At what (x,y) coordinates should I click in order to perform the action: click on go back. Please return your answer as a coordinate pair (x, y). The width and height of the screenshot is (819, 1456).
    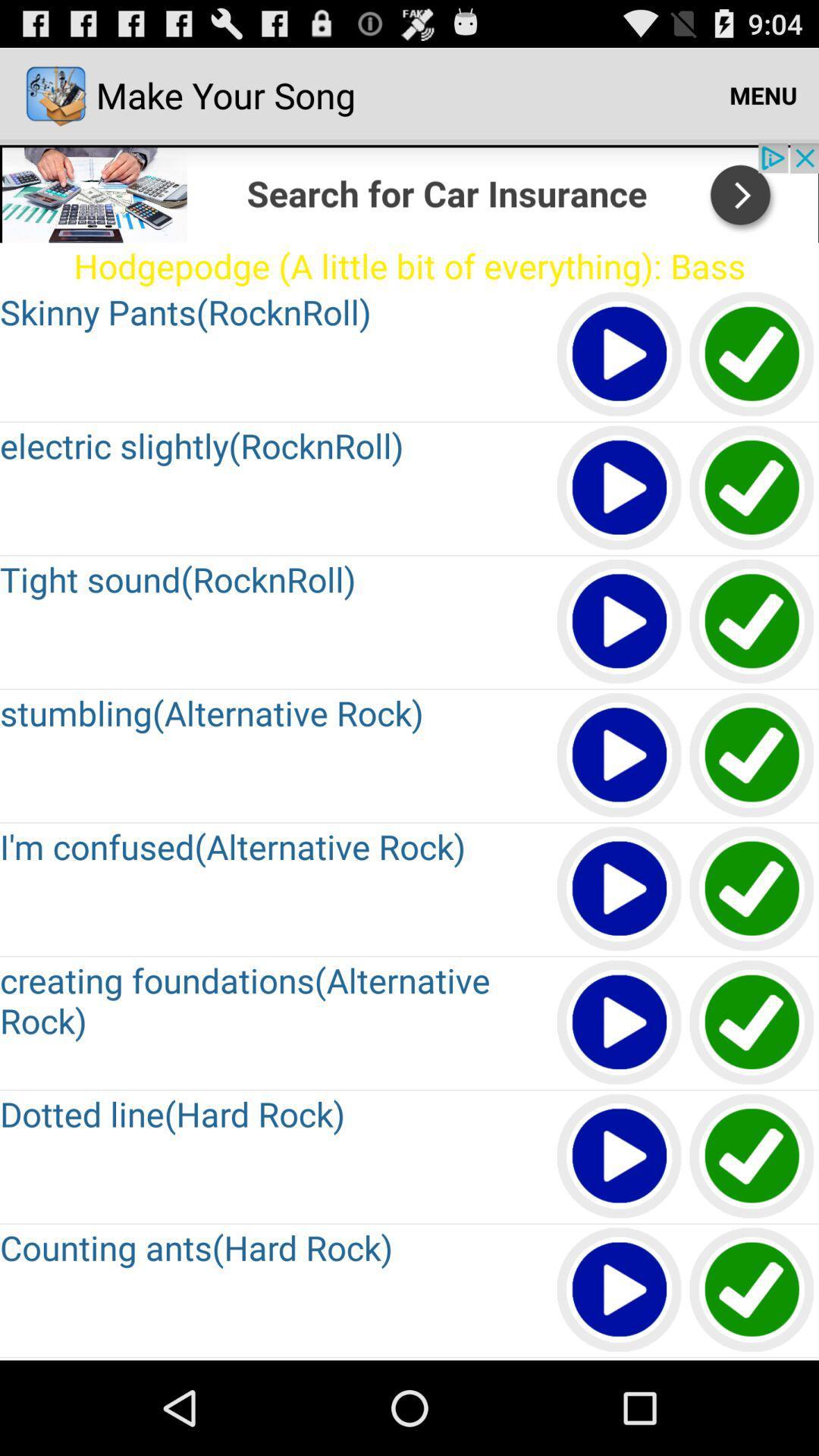
    Looking at the image, I should click on (752, 890).